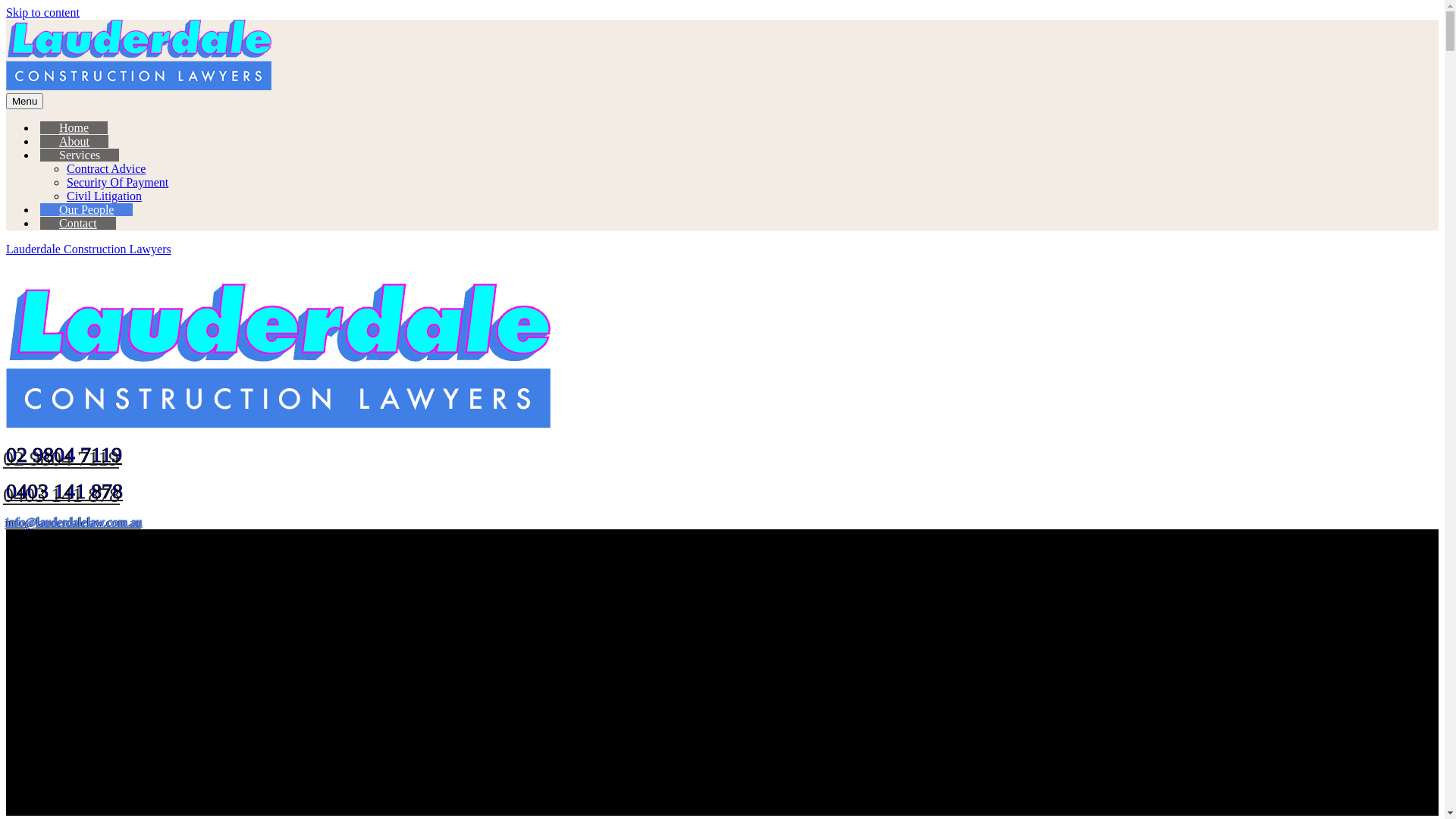 The image size is (1456, 819). Describe the element at coordinates (86, 209) in the screenshot. I see `'Our People'` at that location.